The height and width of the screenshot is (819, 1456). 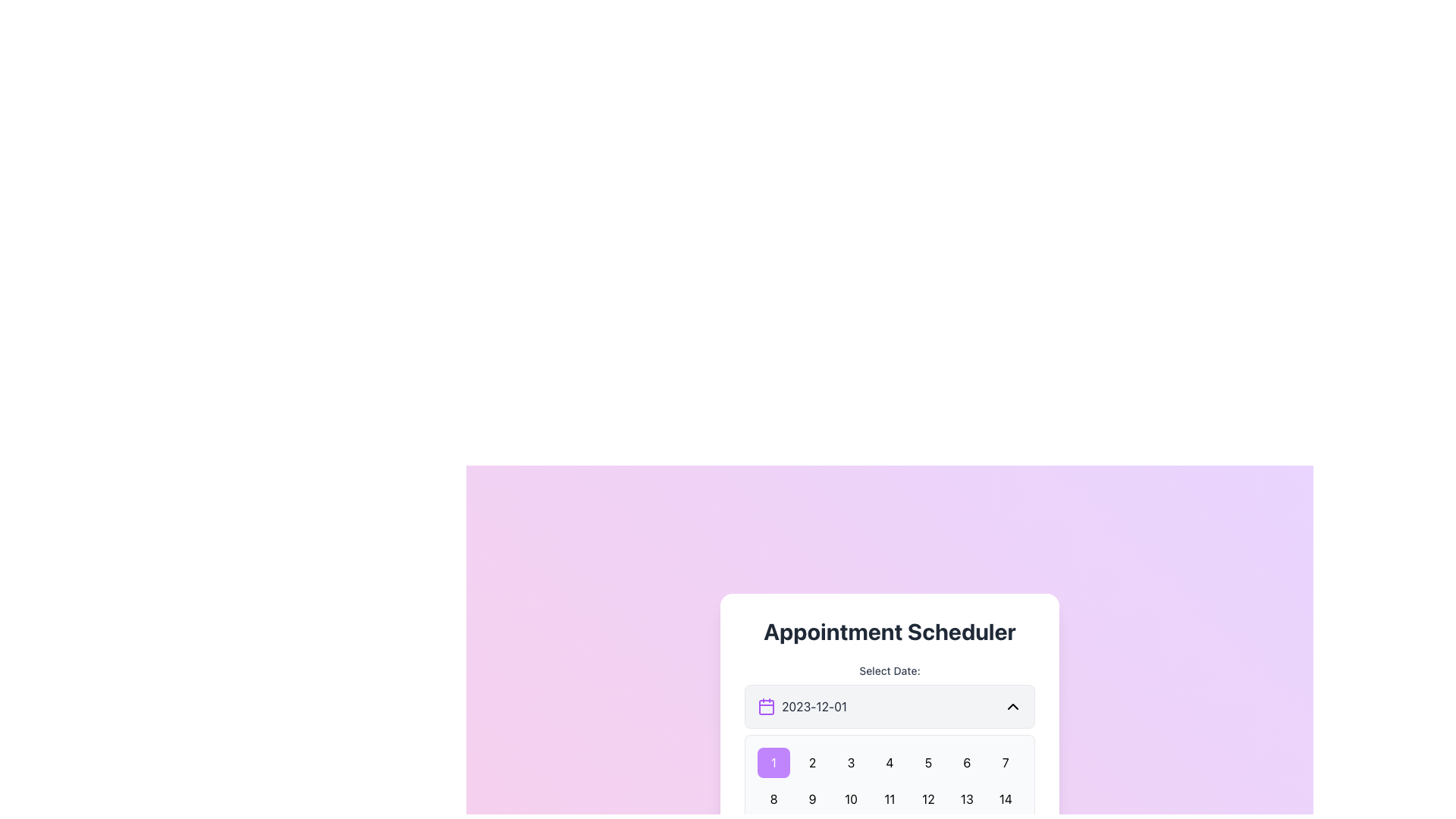 What do you see at coordinates (814, 707) in the screenshot?
I see `the static text label displaying the selected date '2023-12-01'` at bounding box center [814, 707].